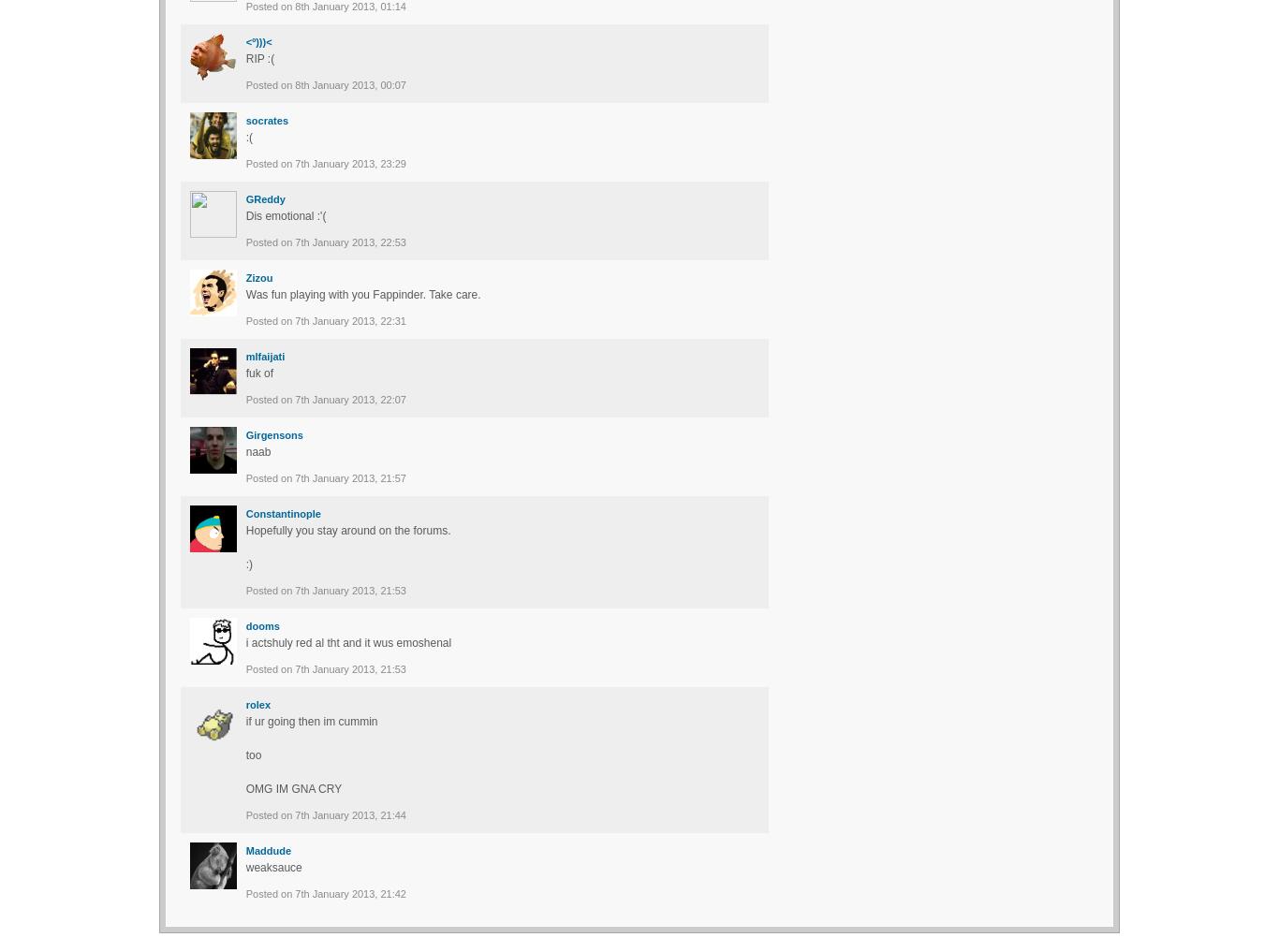 This screenshot has width=1279, height=952. What do you see at coordinates (257, 450) in the screenshot?
I see `'naab'` at bounding box center [257, 450].